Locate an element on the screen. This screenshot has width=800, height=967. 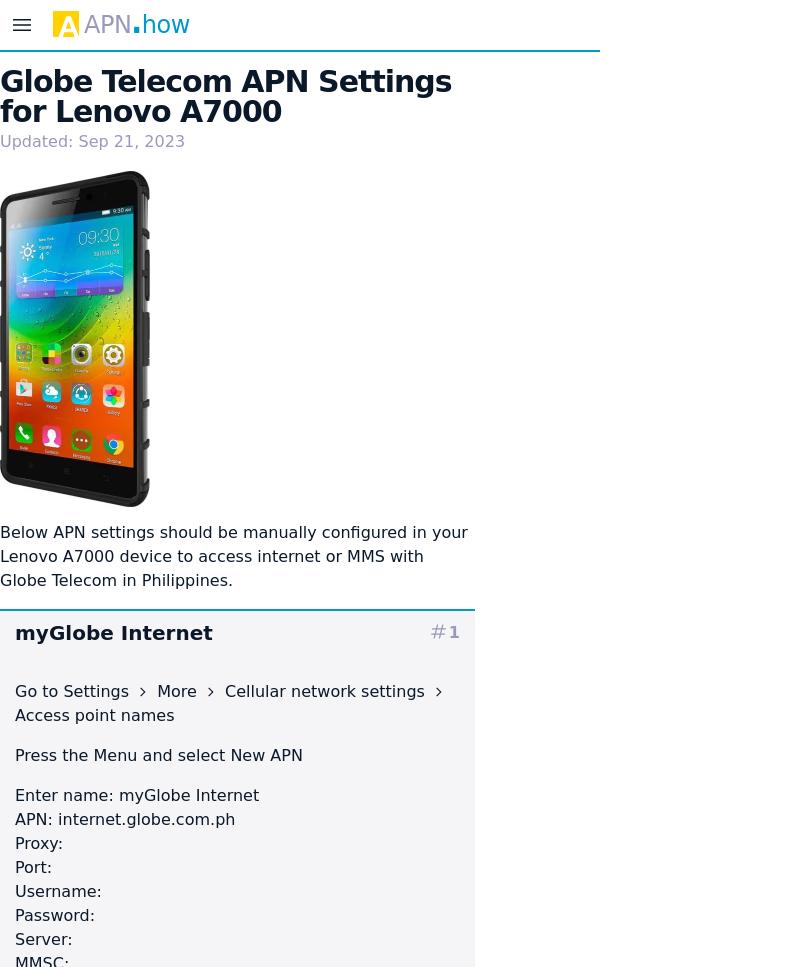
'tag' is located at coordinates (436, 631).